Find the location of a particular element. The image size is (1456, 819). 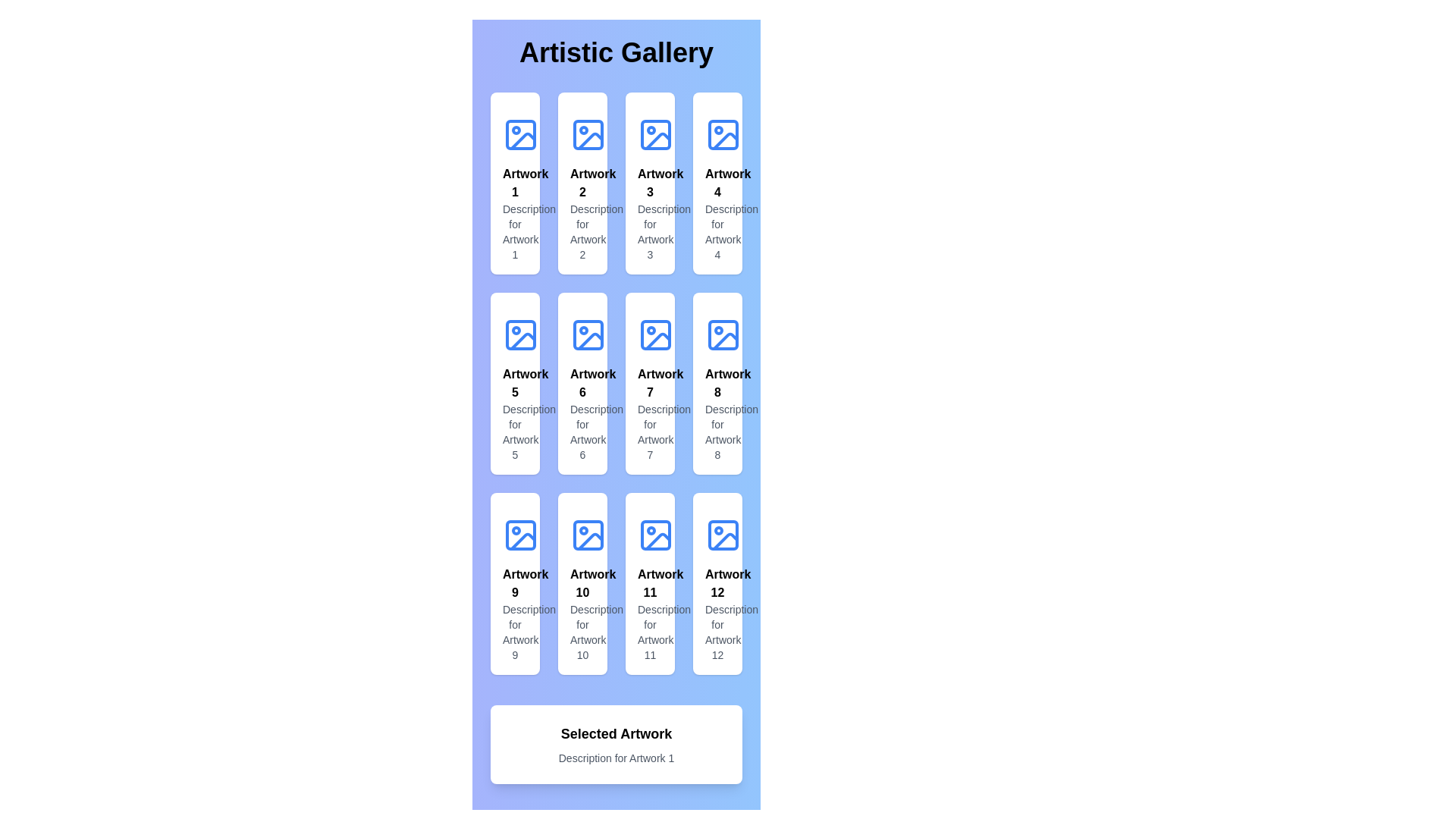

the text label displaying 'Artwork 12', which is styled with a bold font and is center-aligned, located in the bottom-right card of a grid layout is located at coordinates (717, 583).